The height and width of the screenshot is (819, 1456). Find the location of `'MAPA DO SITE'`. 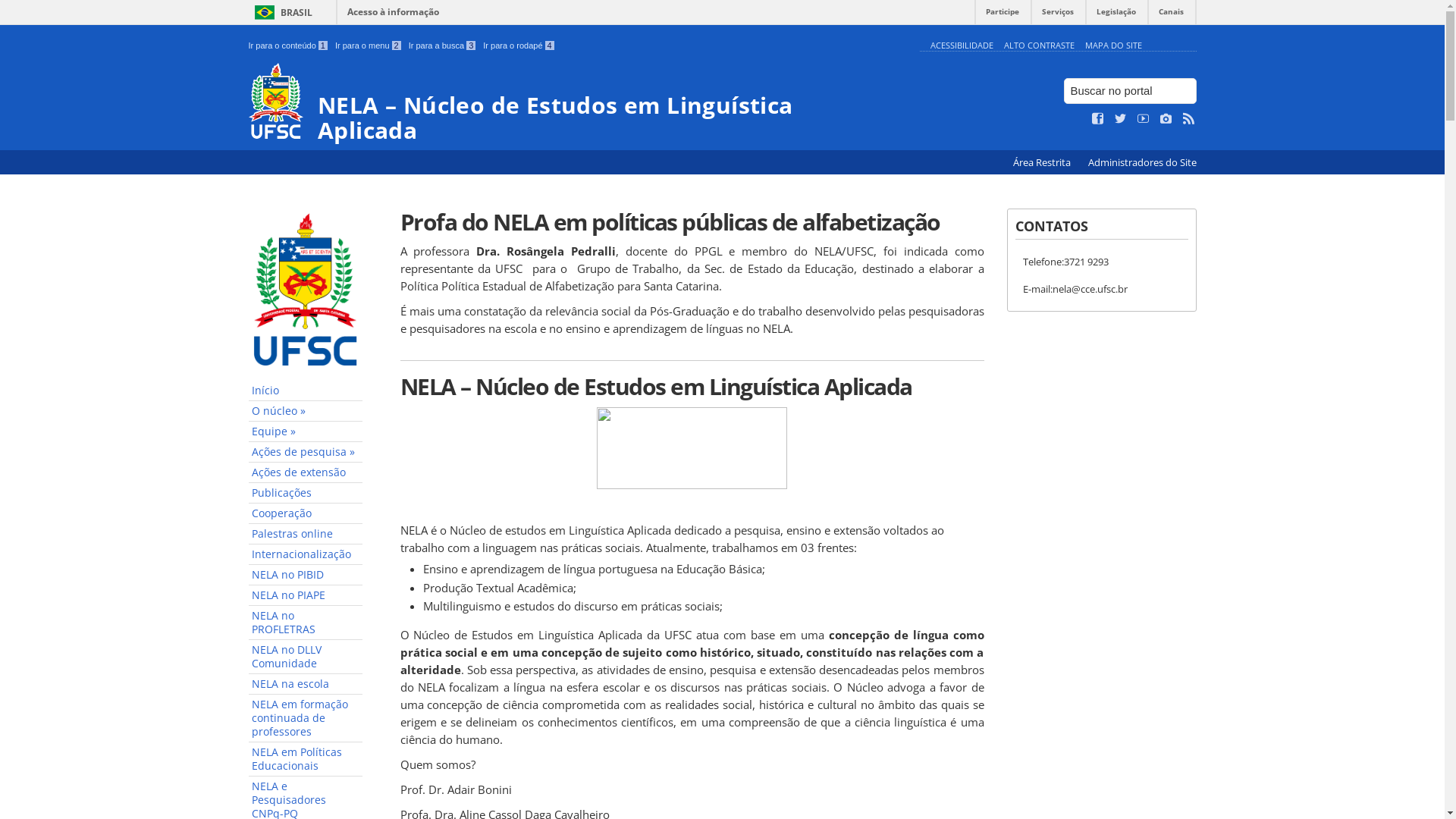

'MAPA DO SITE' is located at coordinates (1112, 44).